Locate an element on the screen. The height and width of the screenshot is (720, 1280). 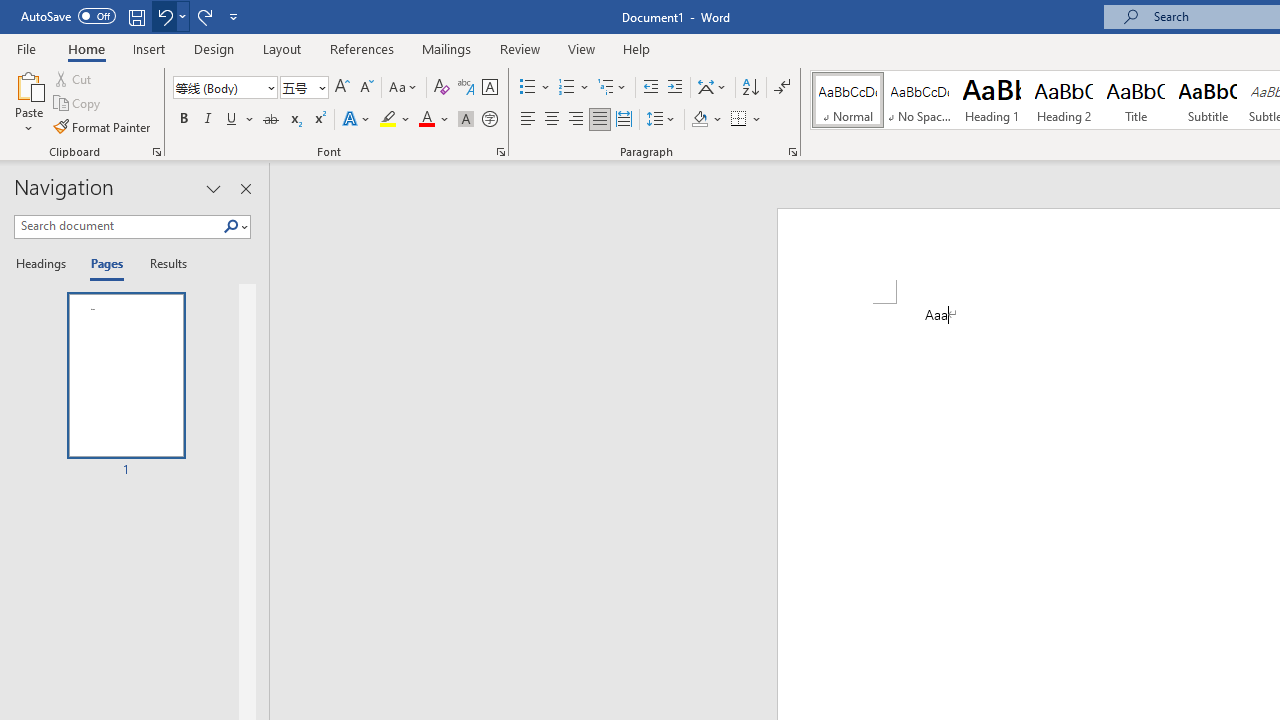
'Search' is located at coordinates (231, 226).